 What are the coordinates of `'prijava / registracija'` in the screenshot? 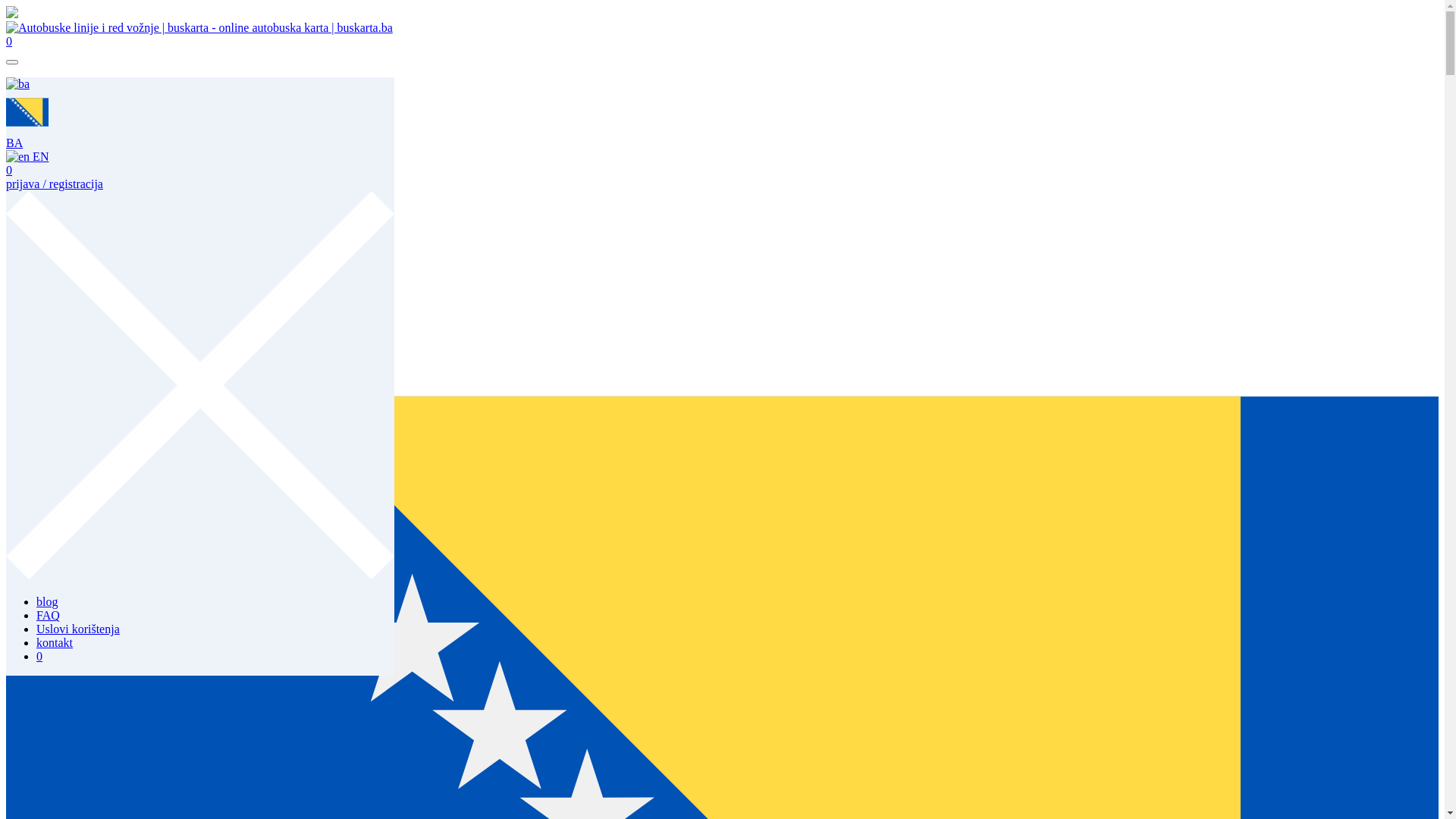 It's located at (55, 183).